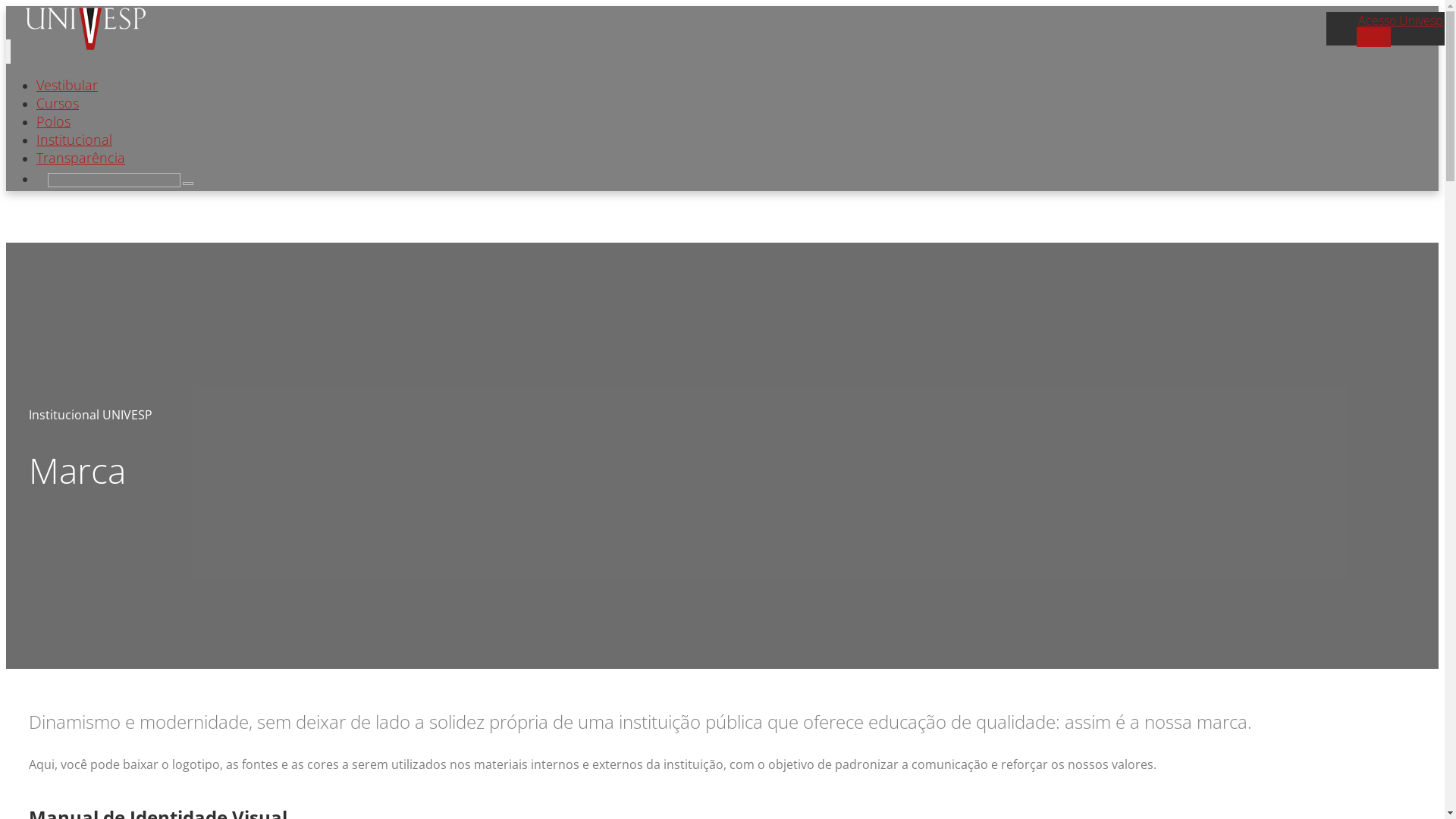 The height and width of the screenshot is (819, 1456). Describe the element at coordinates (66, 84) in the screenshot. I see `'Vestibular'` at that location.